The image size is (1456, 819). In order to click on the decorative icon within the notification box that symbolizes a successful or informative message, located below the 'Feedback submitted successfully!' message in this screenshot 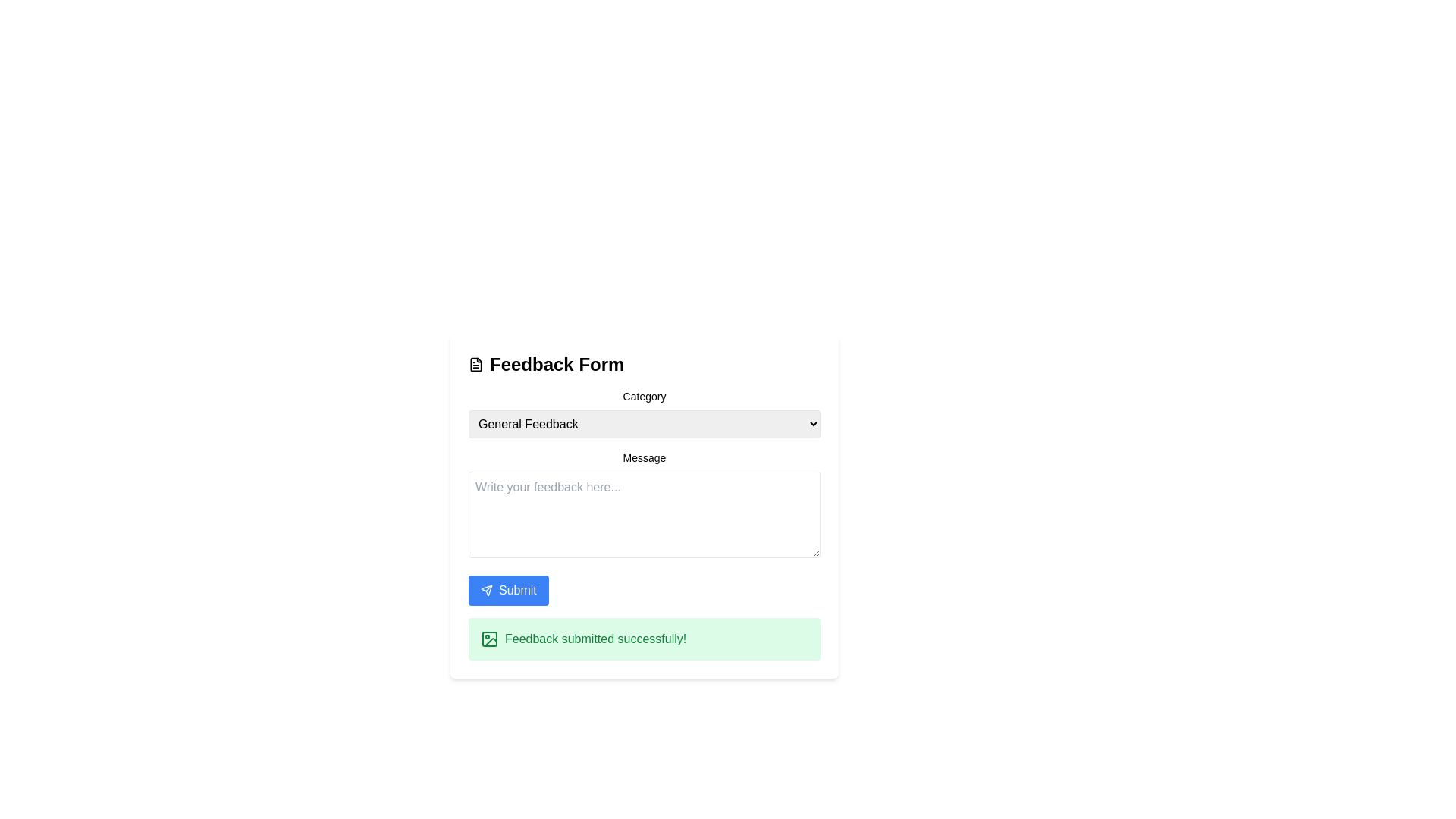, I will do `click(490, 639)`.